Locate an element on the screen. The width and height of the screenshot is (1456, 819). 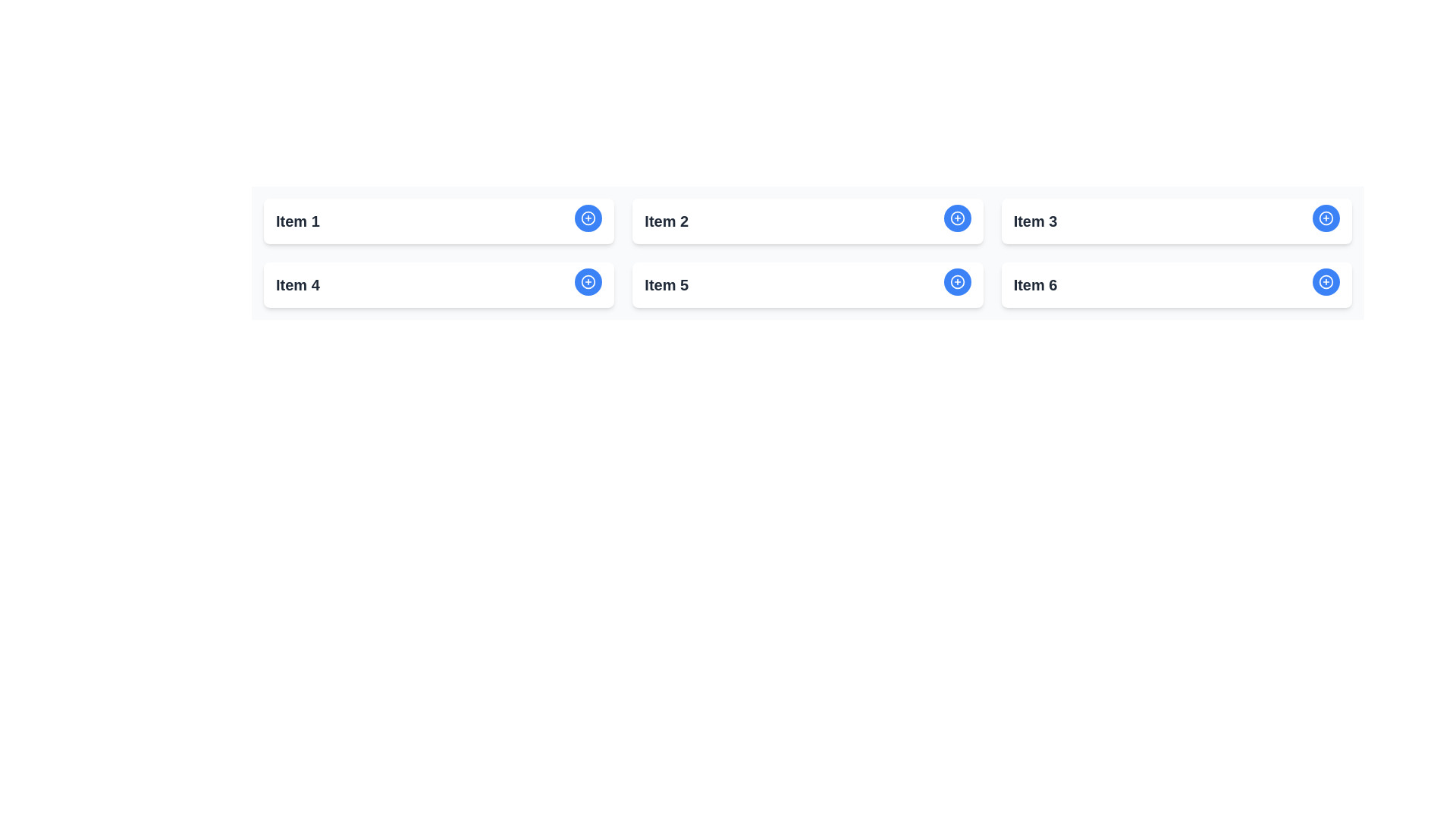
the button in the bottom-right corner of the 'Item 3' card is located at coordinates (1325, 218).